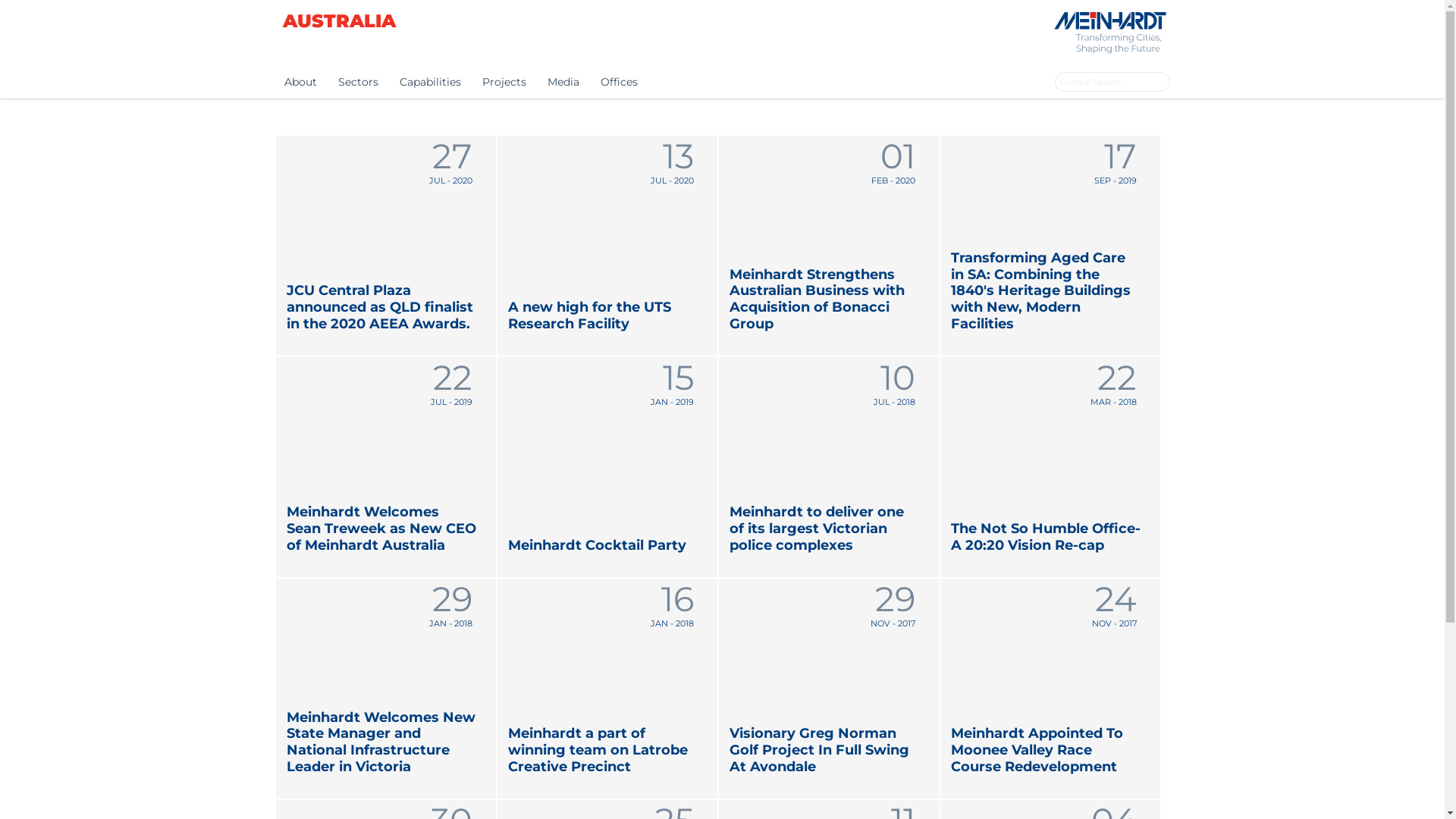  Describe the element at coordinates (619, 82) in the screenshot. I see `'Offices'` at that location.